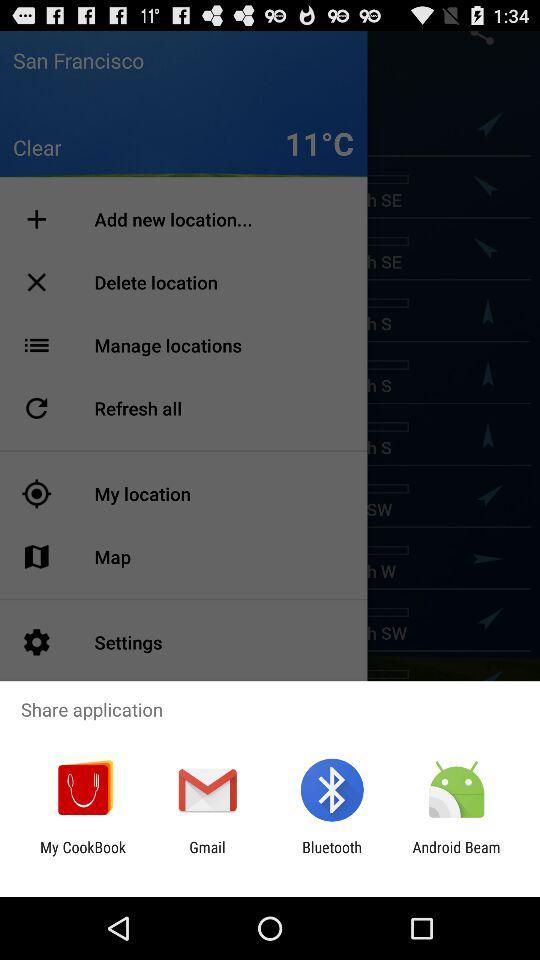 This screenshot has height=960, width=540. What do you see at coordinates (206, 855) in the screenshot?
I see `icon to the left of bluetooth icon` at bounding box center [206, 855].